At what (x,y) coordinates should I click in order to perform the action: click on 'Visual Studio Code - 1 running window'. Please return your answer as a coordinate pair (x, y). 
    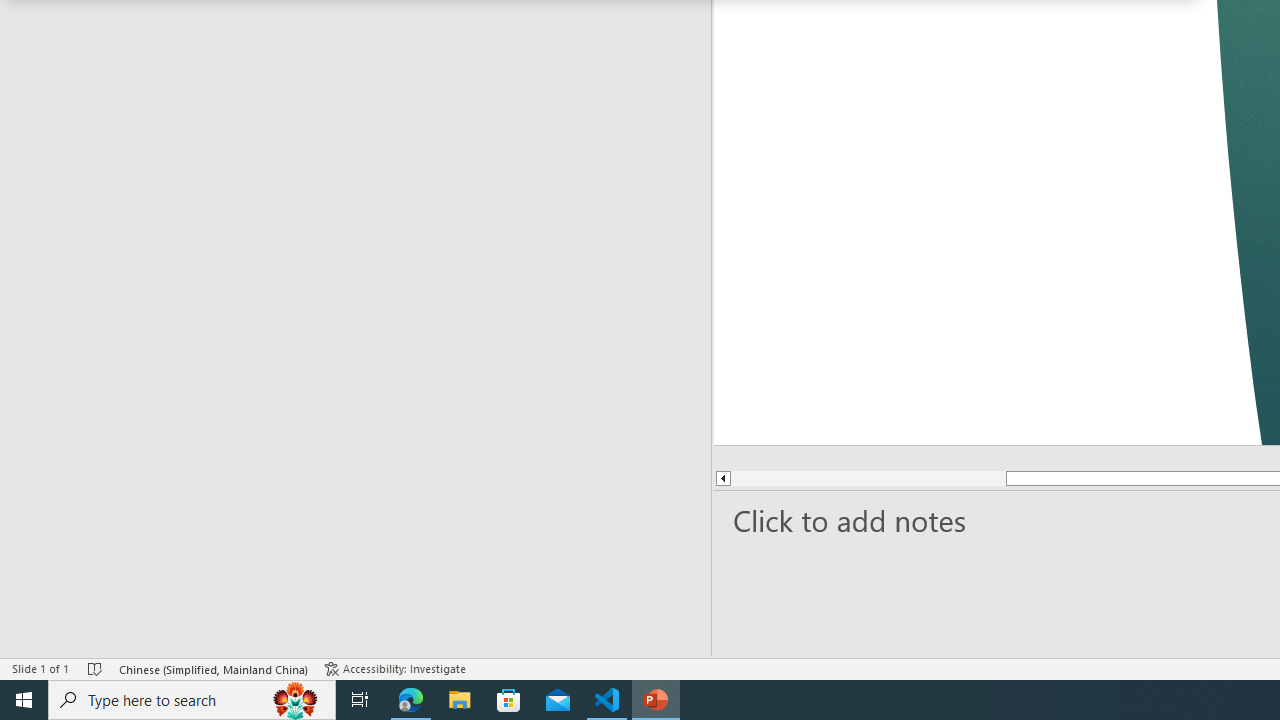
    Looking at the image, I should click on (606, 698).